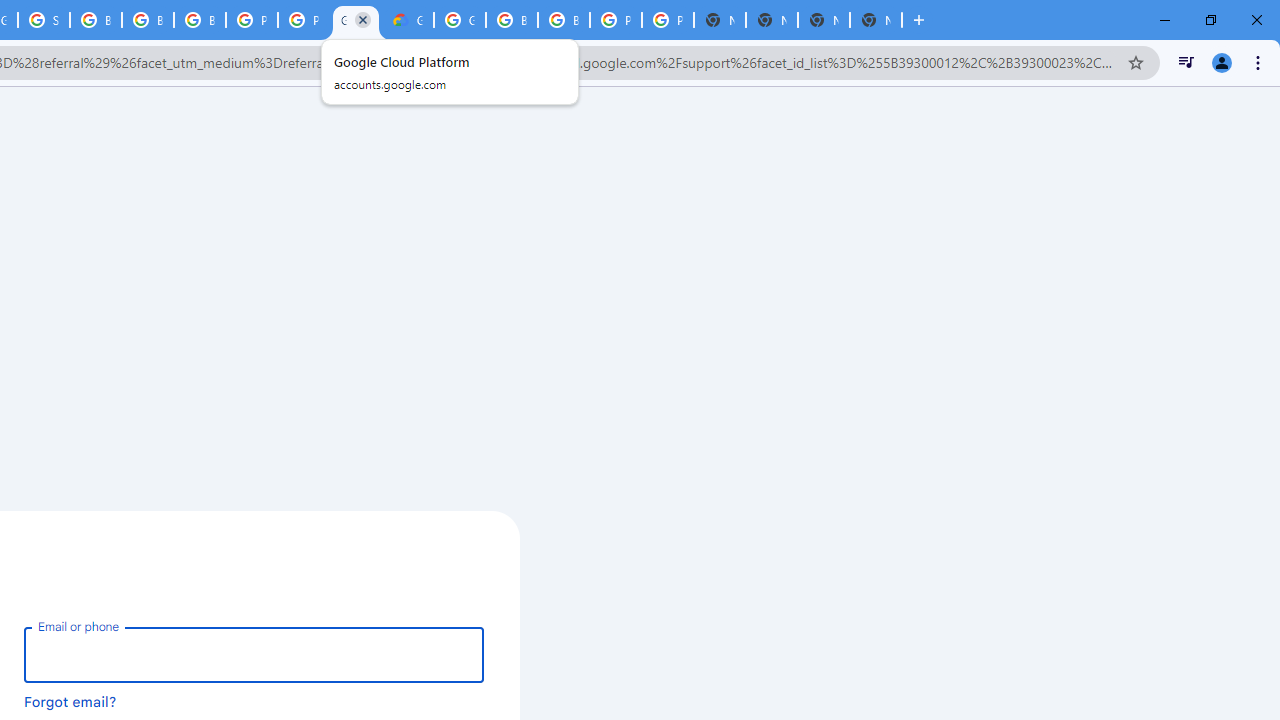 The image size is (1280, 720). Describe the element at coordinates (70, 700) in the screenshot. I see `'Forgot email?'` at that location.